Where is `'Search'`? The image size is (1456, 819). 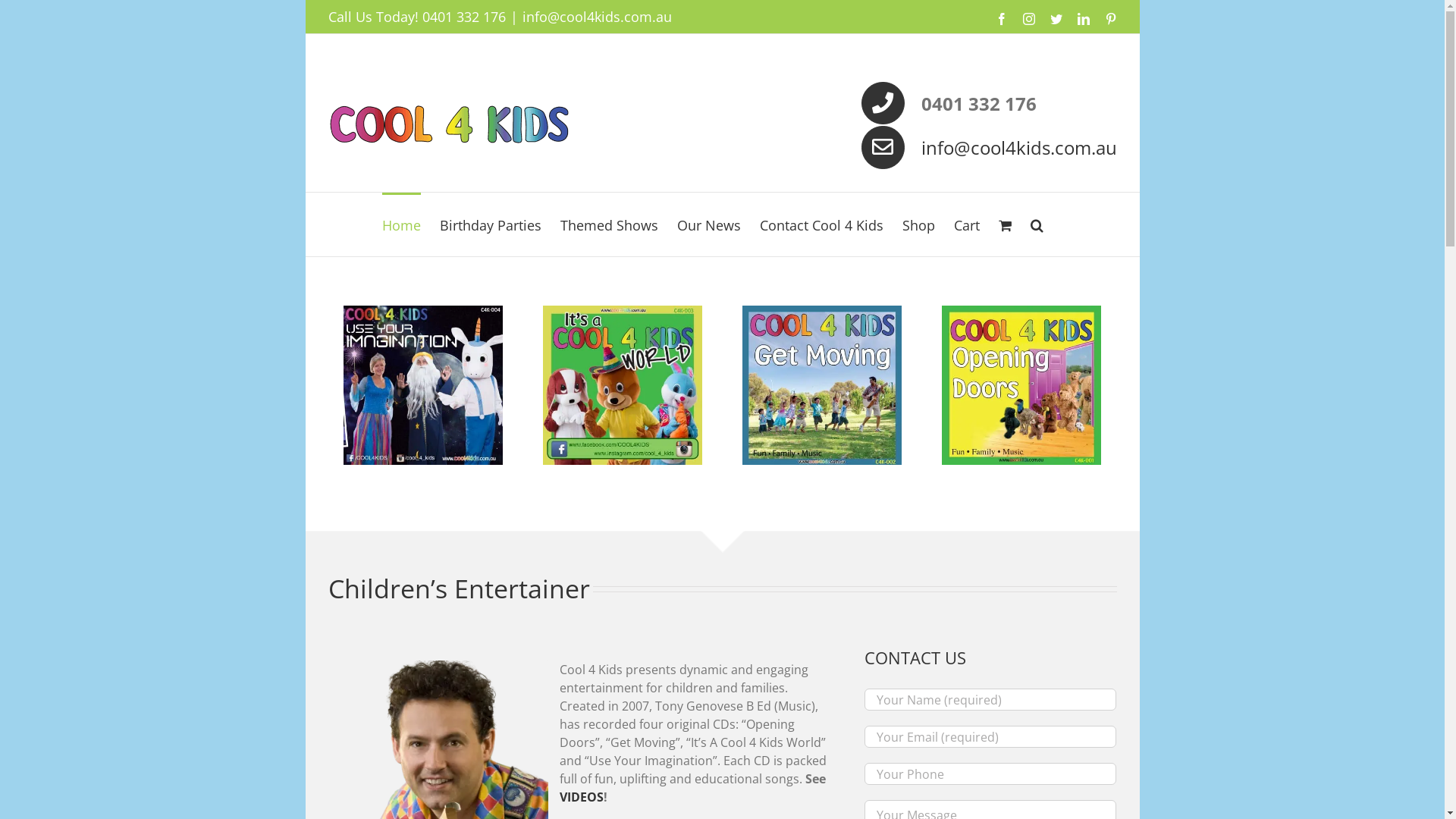
'Search' is located at coordinates (1036, 224).